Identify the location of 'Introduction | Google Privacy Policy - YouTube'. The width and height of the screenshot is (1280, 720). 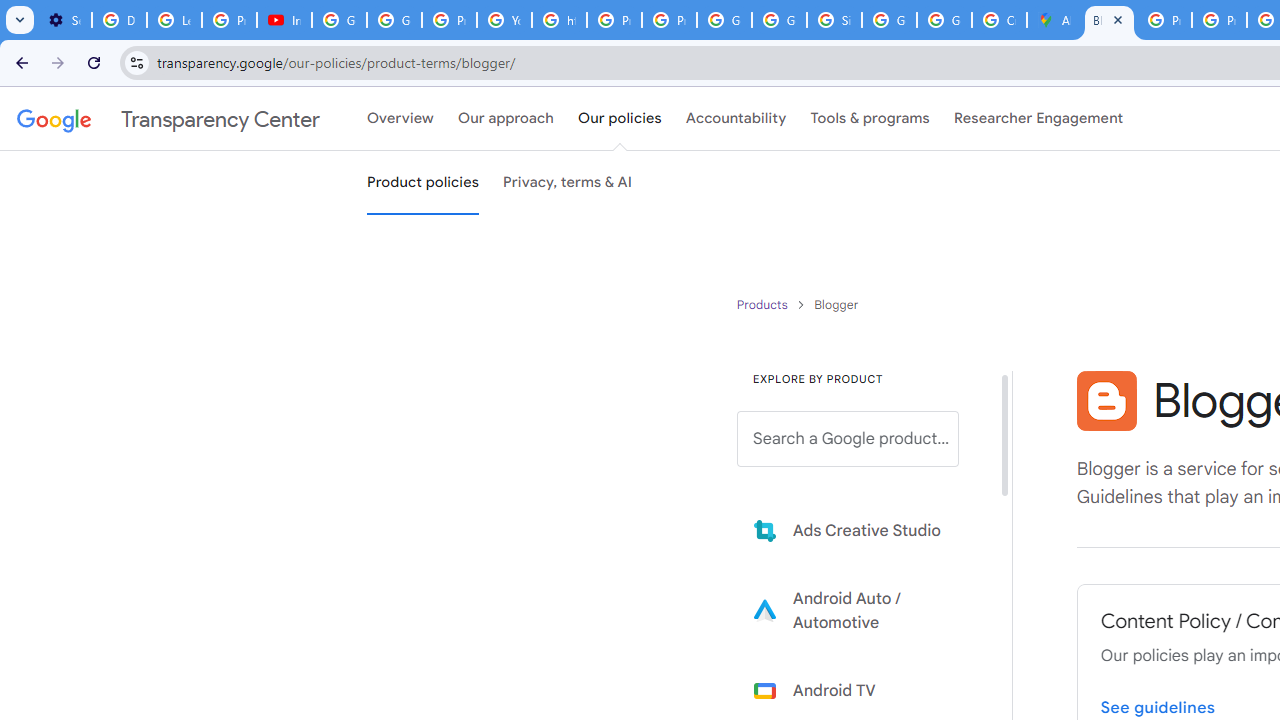
(283, 20).